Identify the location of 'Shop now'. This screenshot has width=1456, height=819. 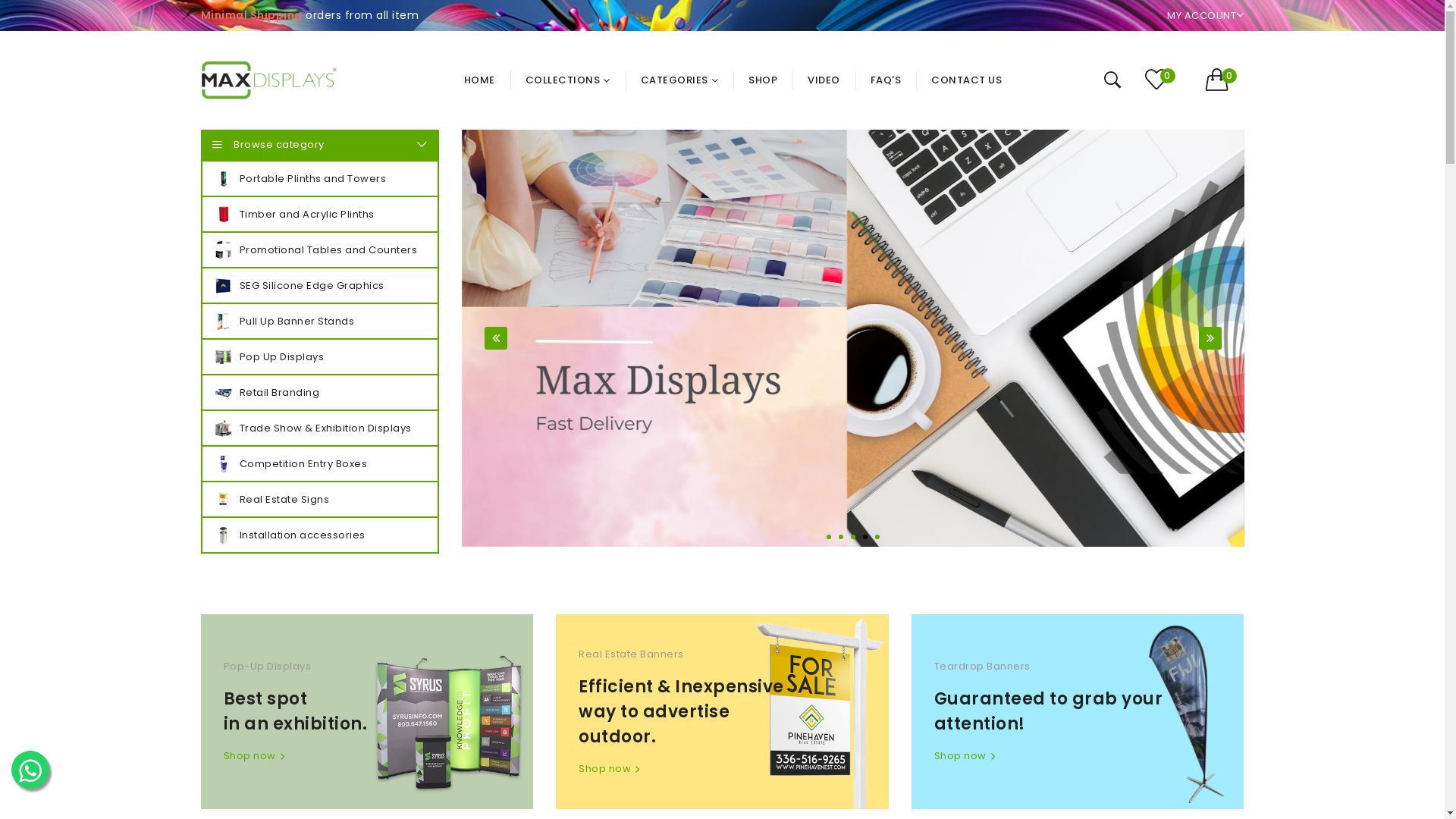
(578, 769).